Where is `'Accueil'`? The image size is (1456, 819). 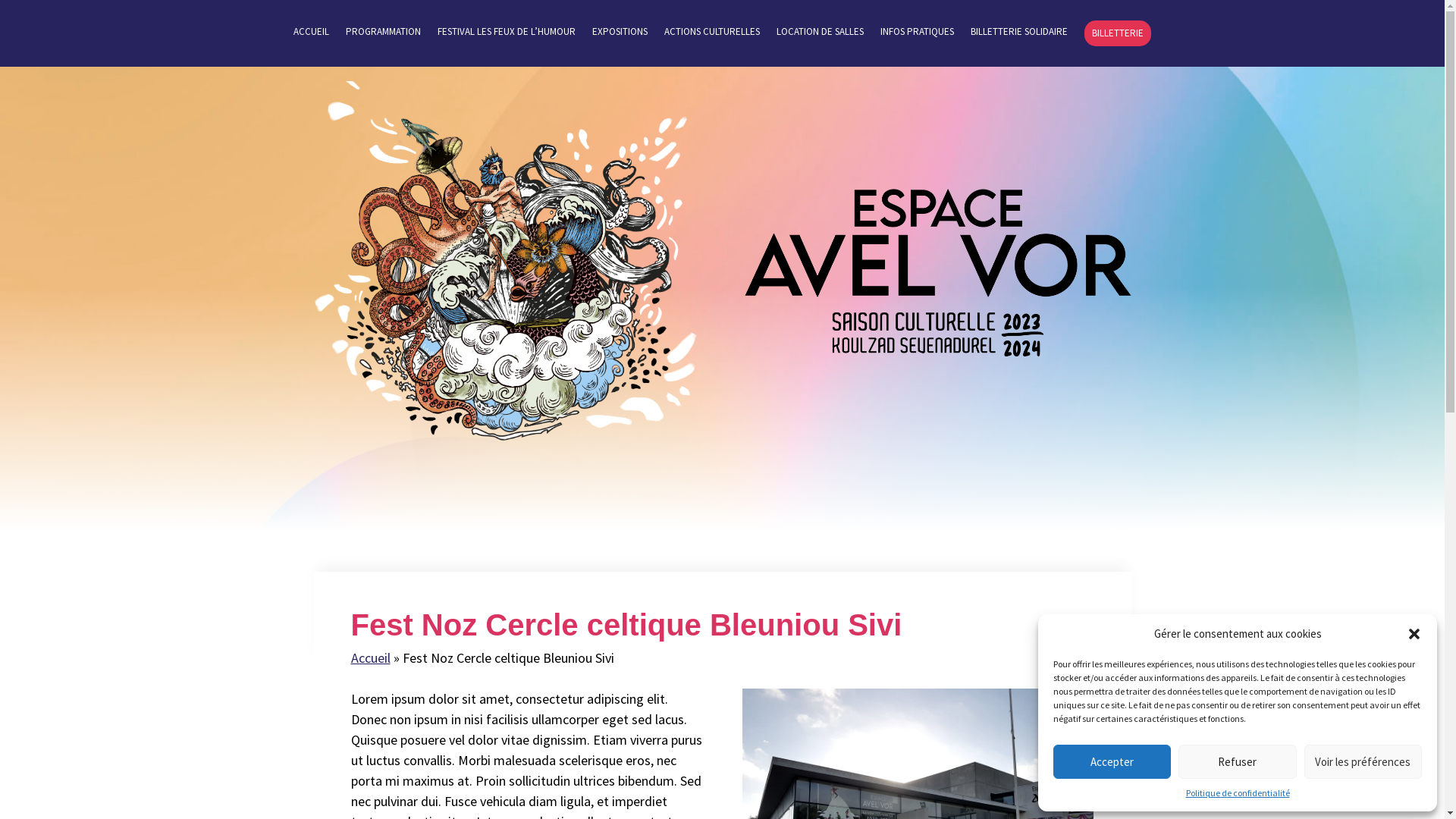
'Accueil' is located at coordinates (349, 657).